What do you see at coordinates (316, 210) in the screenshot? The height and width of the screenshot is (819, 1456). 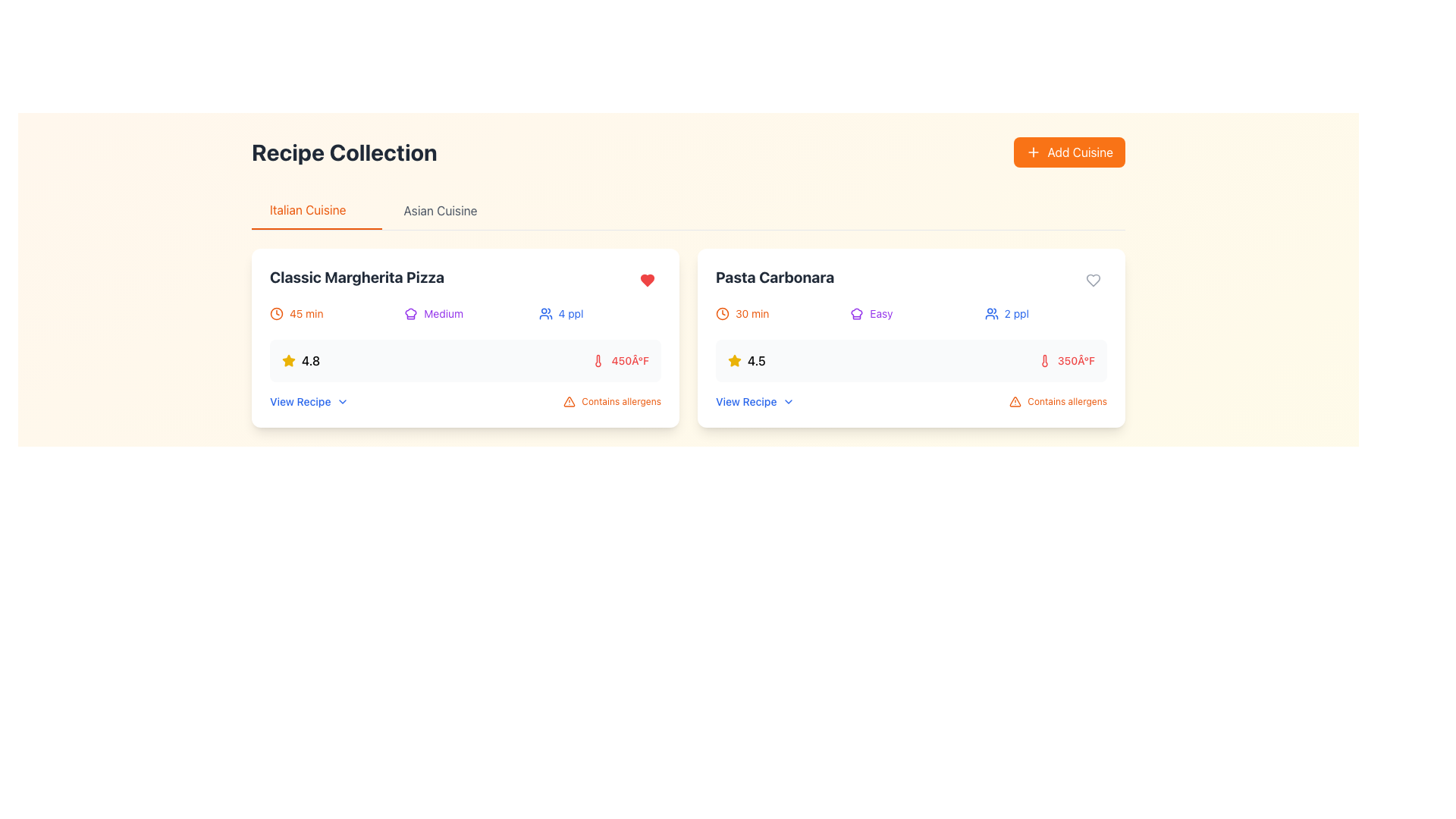 I see `the leftmost navigation tab that filters or displays content related to Italian cuisine` at bounding box center [316, 210].